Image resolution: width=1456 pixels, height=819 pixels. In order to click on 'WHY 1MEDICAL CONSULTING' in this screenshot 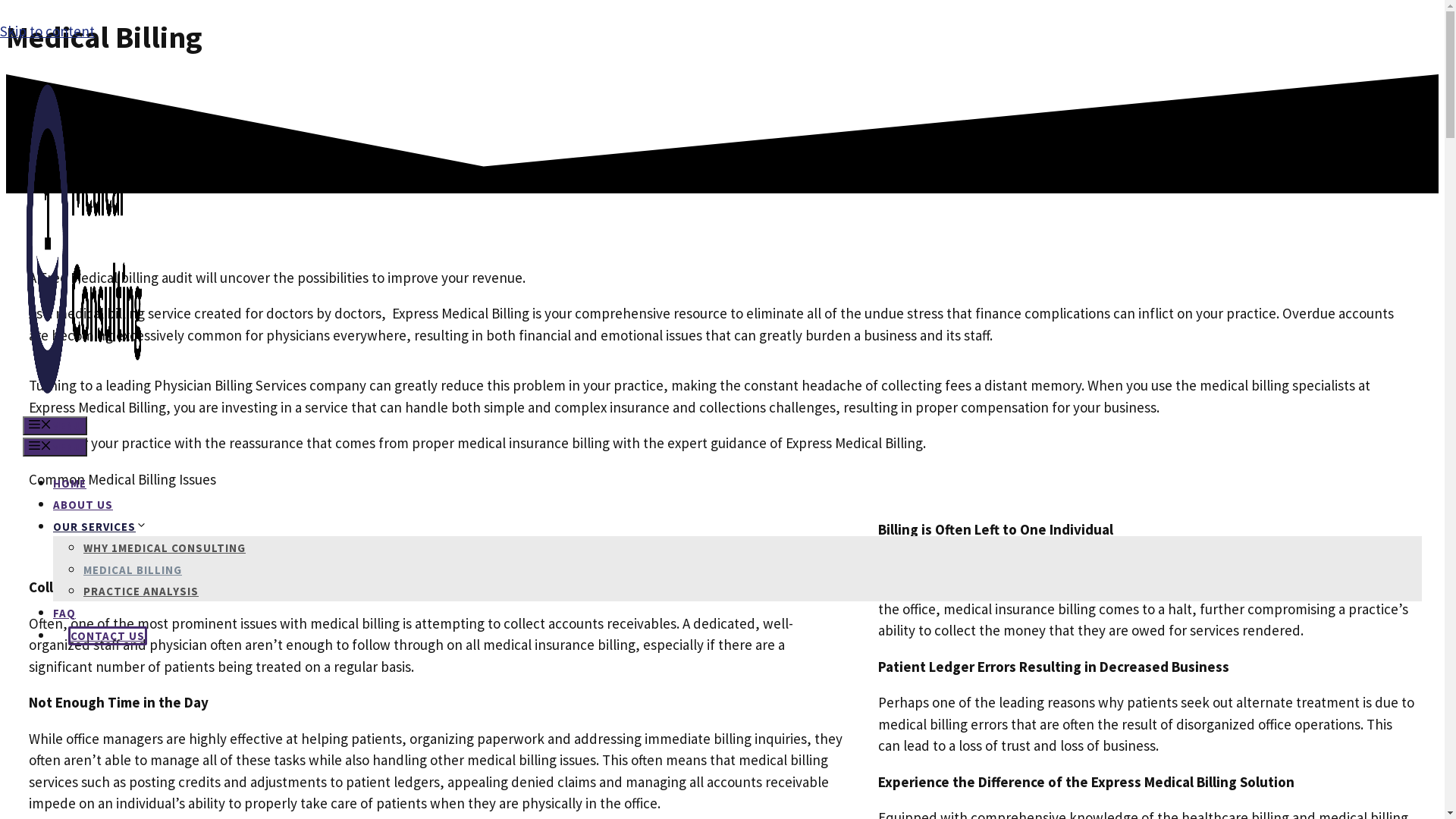, I will do `click(164, 548)`.